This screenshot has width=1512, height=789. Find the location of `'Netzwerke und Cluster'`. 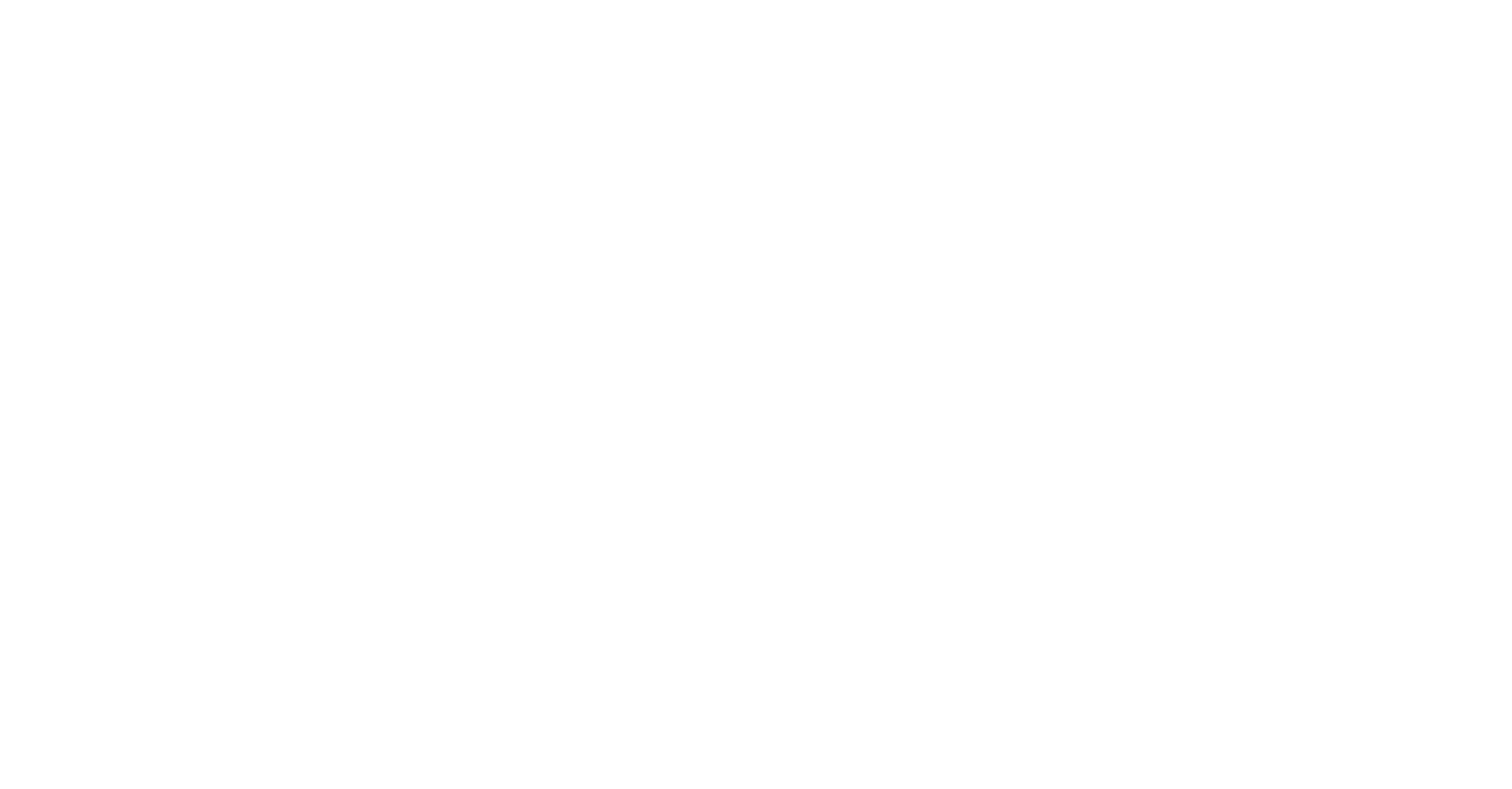

'Netzwerke und Cluster' is located at coordinates (40, 449).